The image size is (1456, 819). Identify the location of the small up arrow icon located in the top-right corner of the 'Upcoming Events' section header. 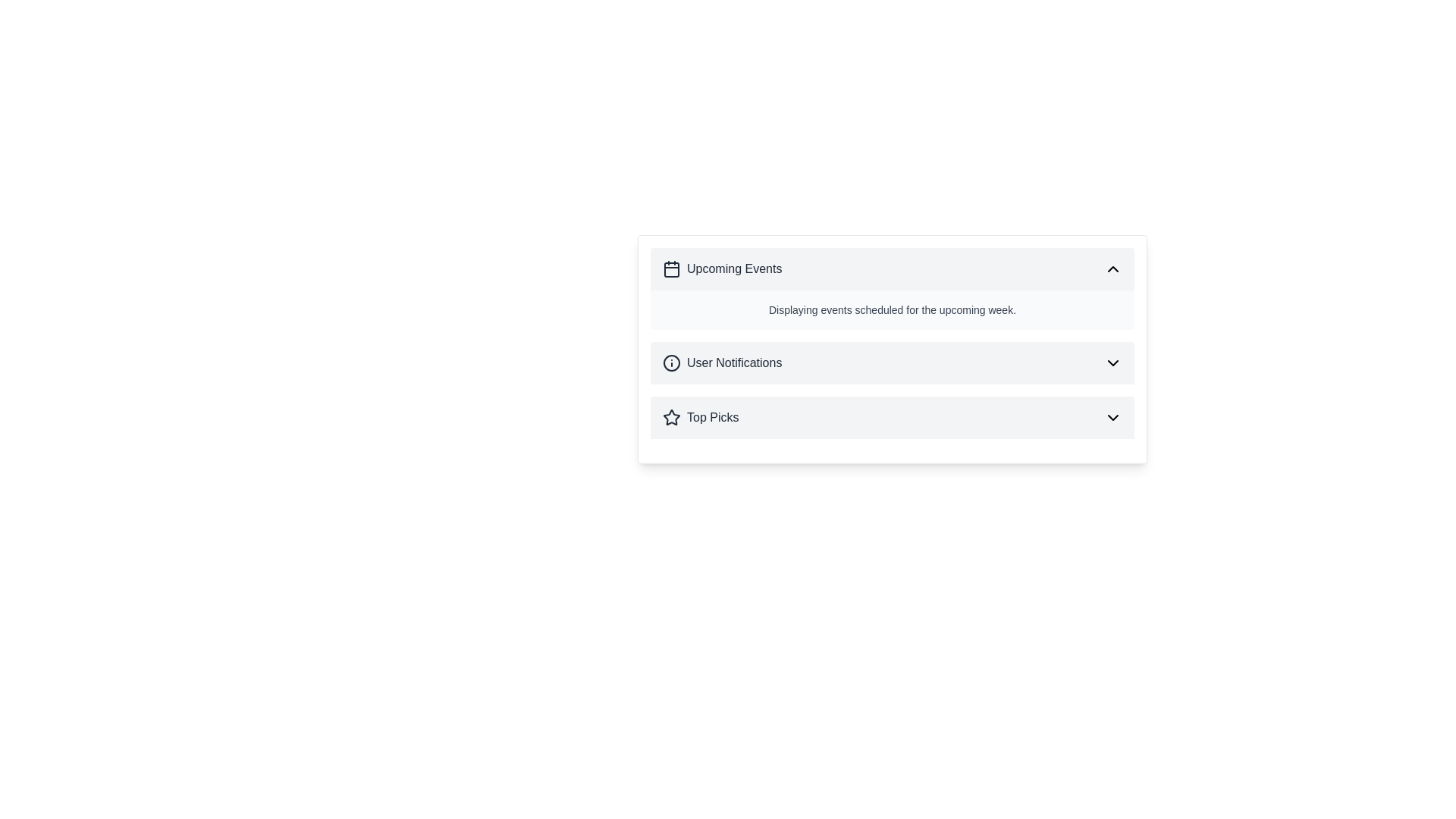
(1113, 268).